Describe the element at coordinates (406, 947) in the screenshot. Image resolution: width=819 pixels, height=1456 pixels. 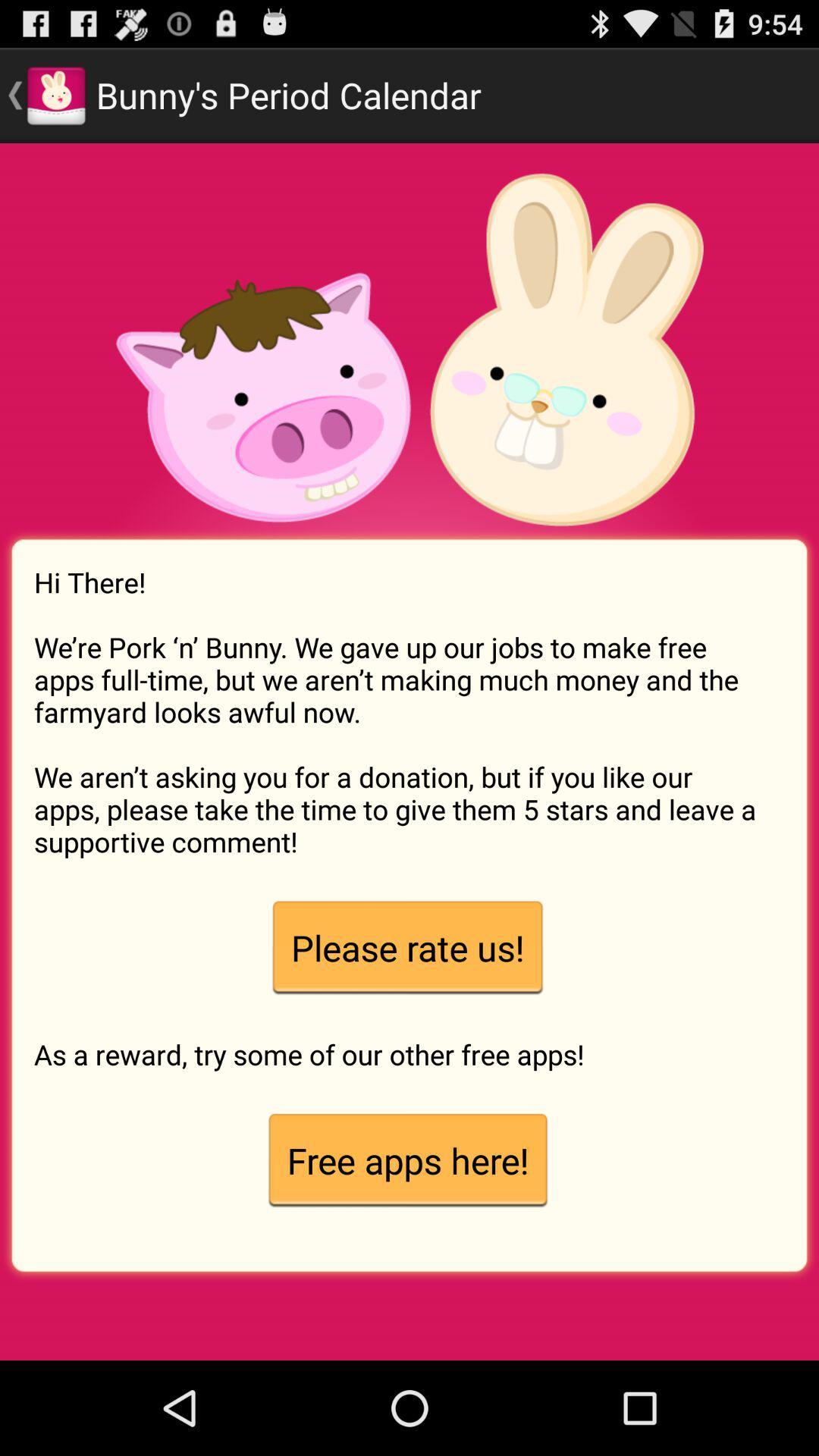
I see `app above as a reward` at that location.